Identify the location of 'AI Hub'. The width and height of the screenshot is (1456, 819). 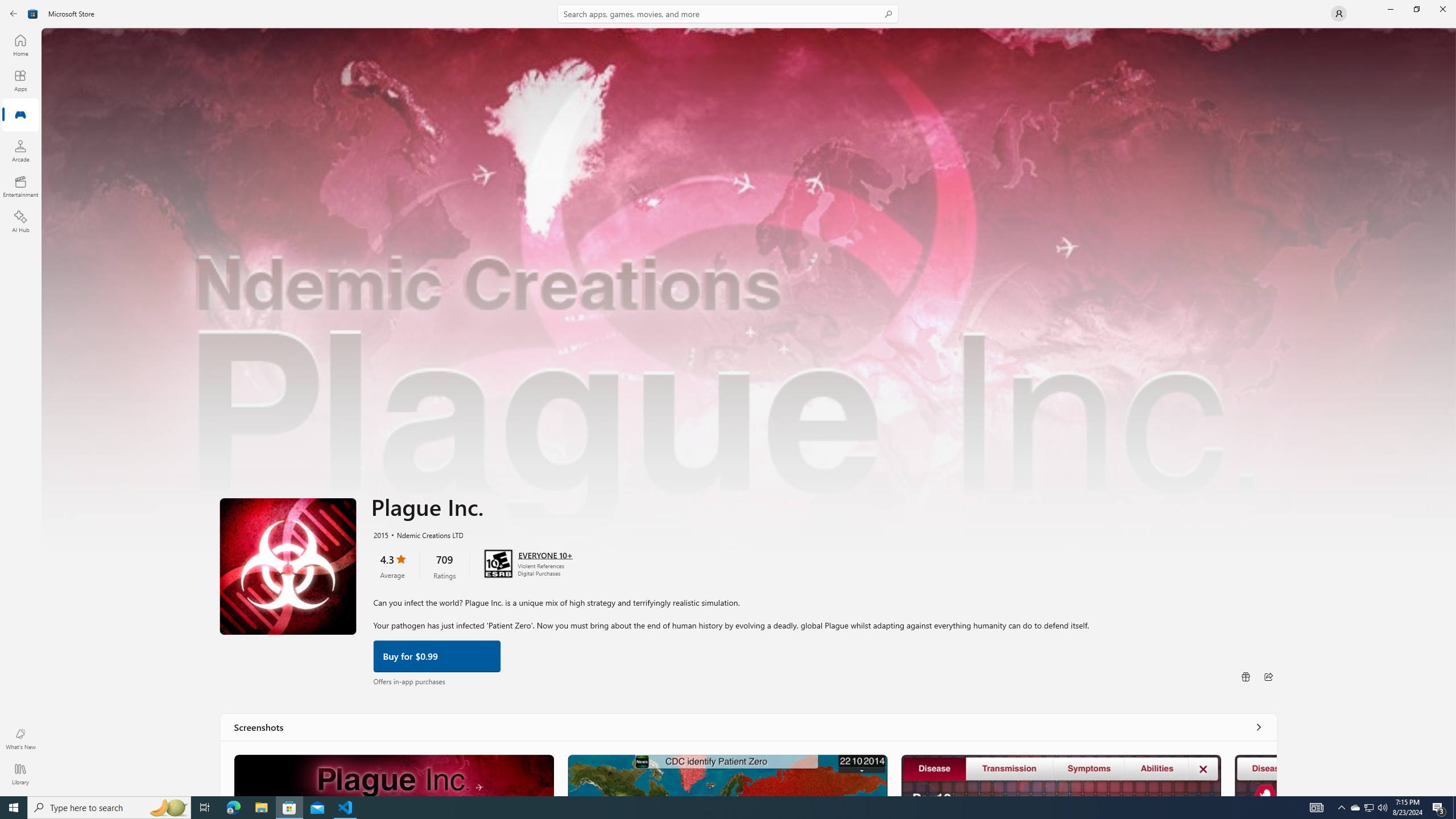
(19, 221).